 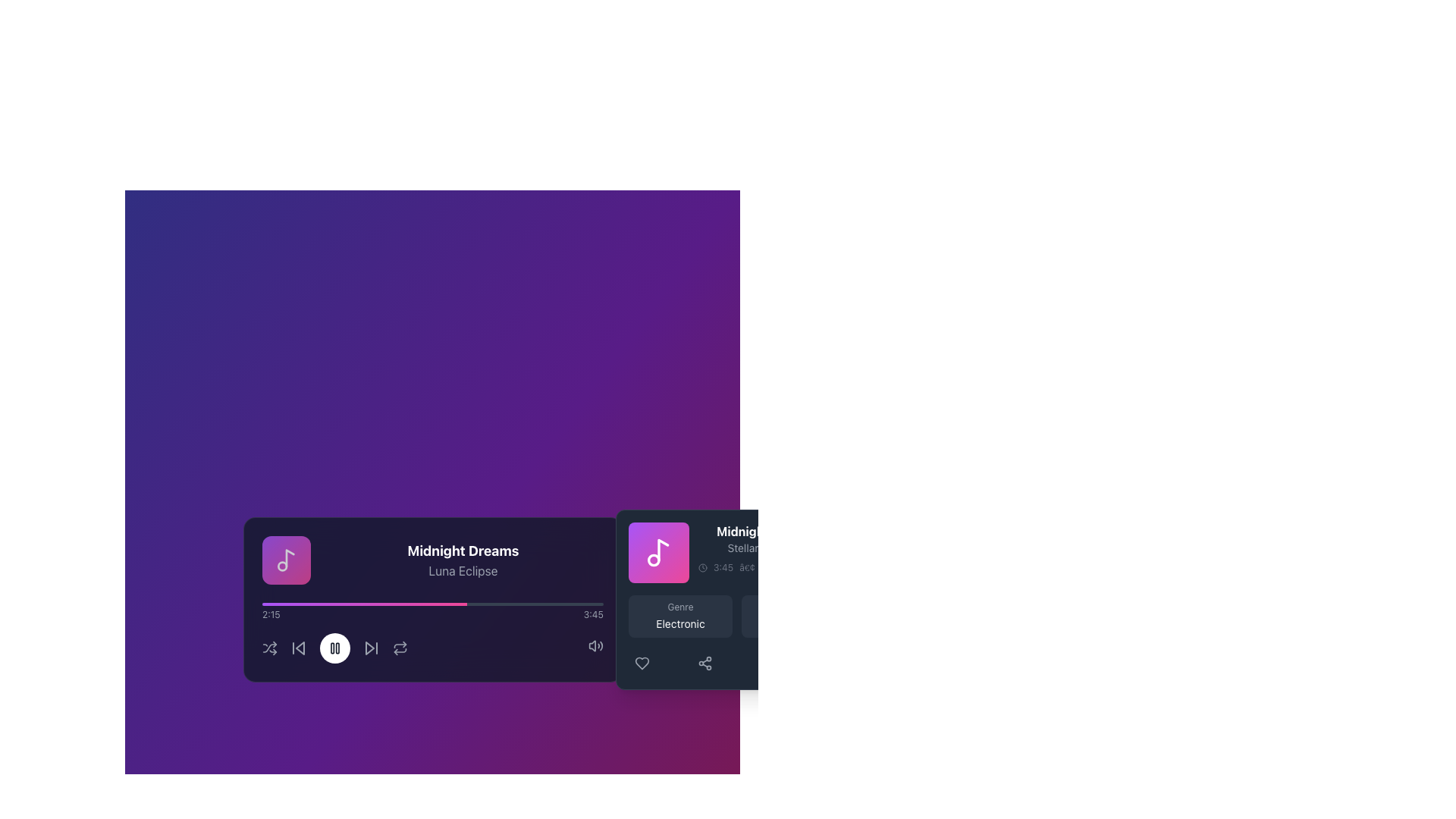 I want to click on the Share icon, which features a connected nodes motif in white line-art against a dark background, located at the bottom-right corner of the music track details section, so click(x=704, y=663).